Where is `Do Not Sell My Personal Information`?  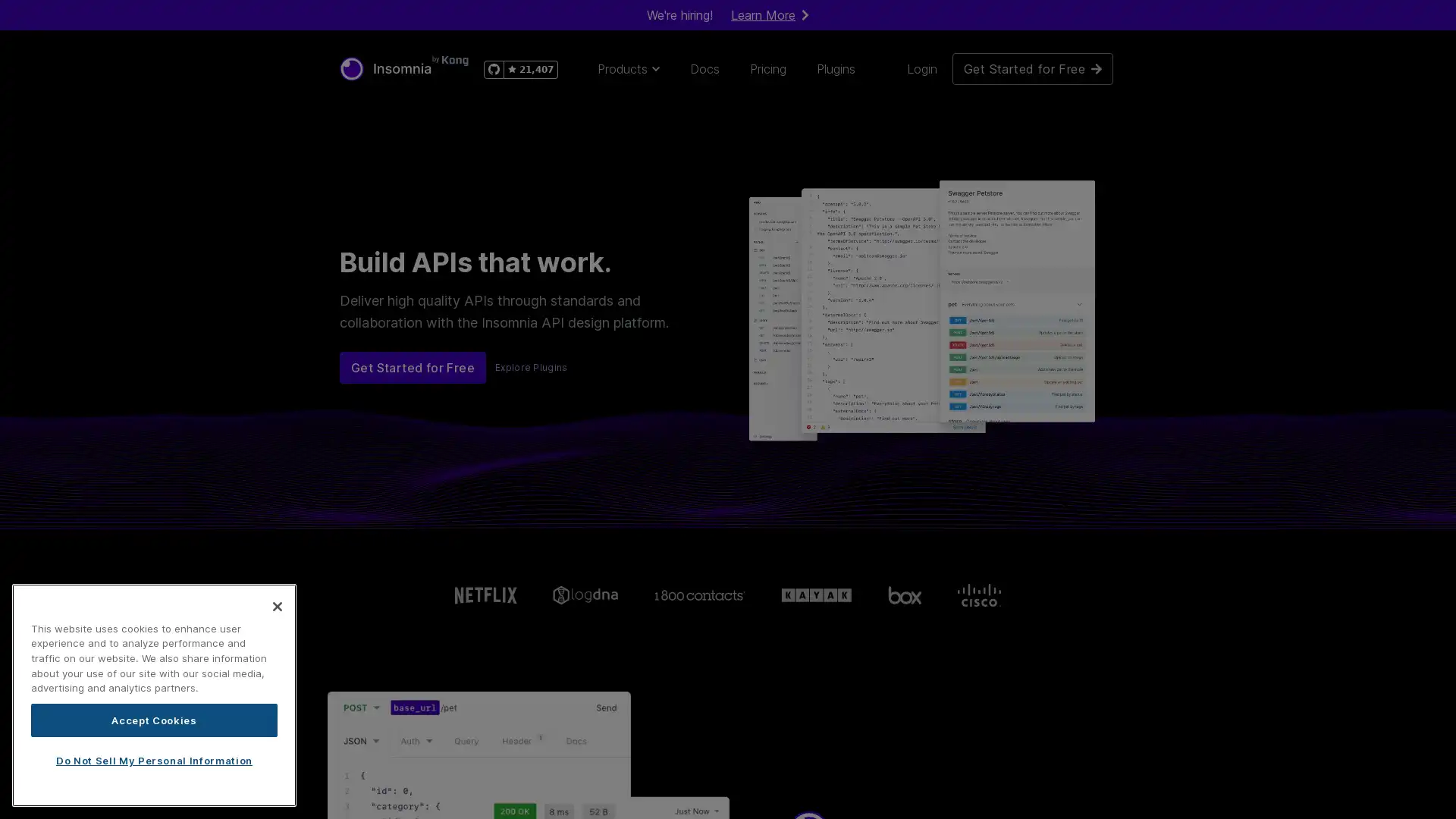
Do Not Sell My Personal Information is located at coordinates (154, 760).